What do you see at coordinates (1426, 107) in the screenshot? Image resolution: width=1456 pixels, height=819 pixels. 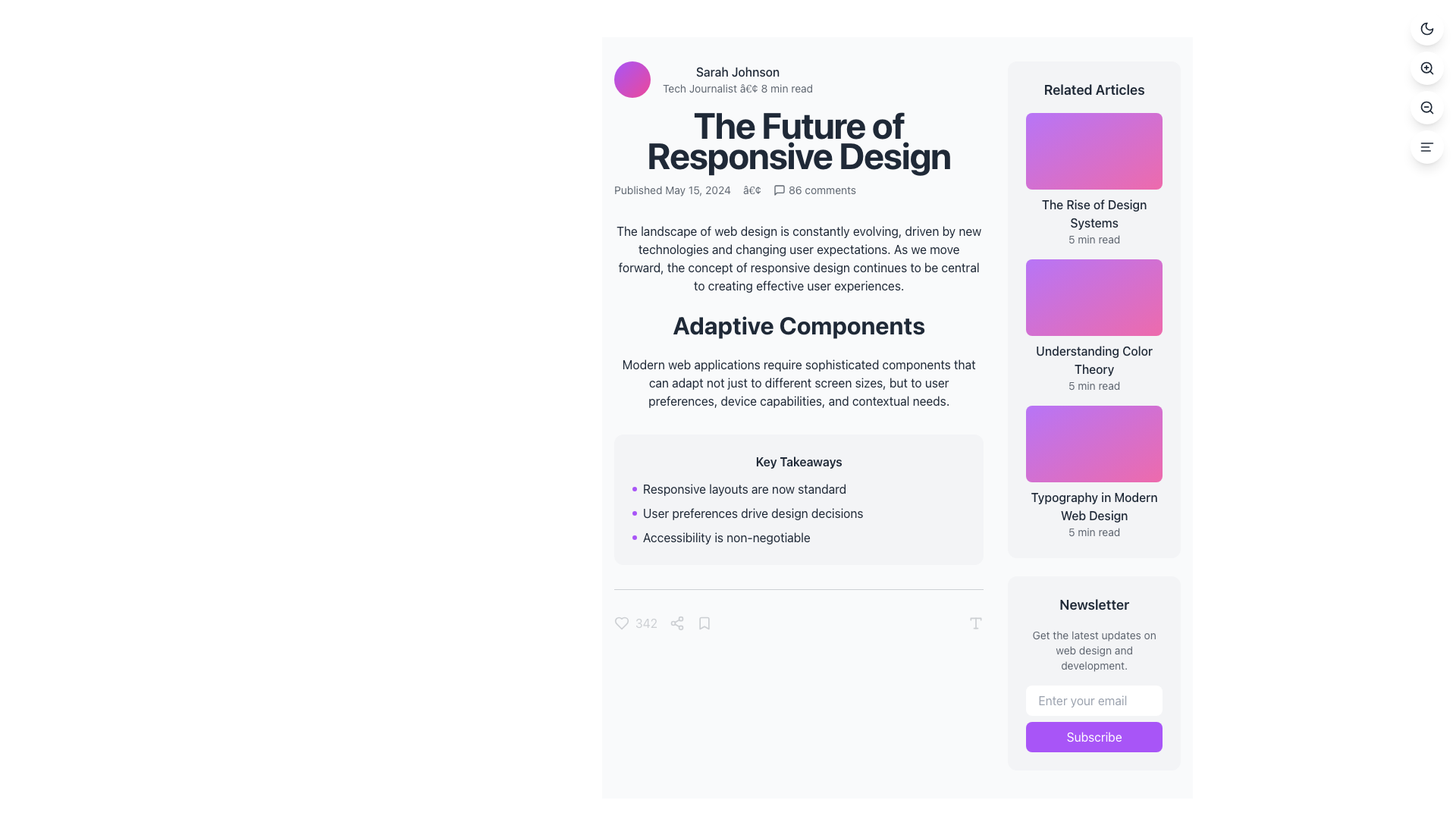 I see `the zoom out button located at the top-right corner of the interface, which is the third circular button in a vertical arrangement` at bounding box center [1426, 107].